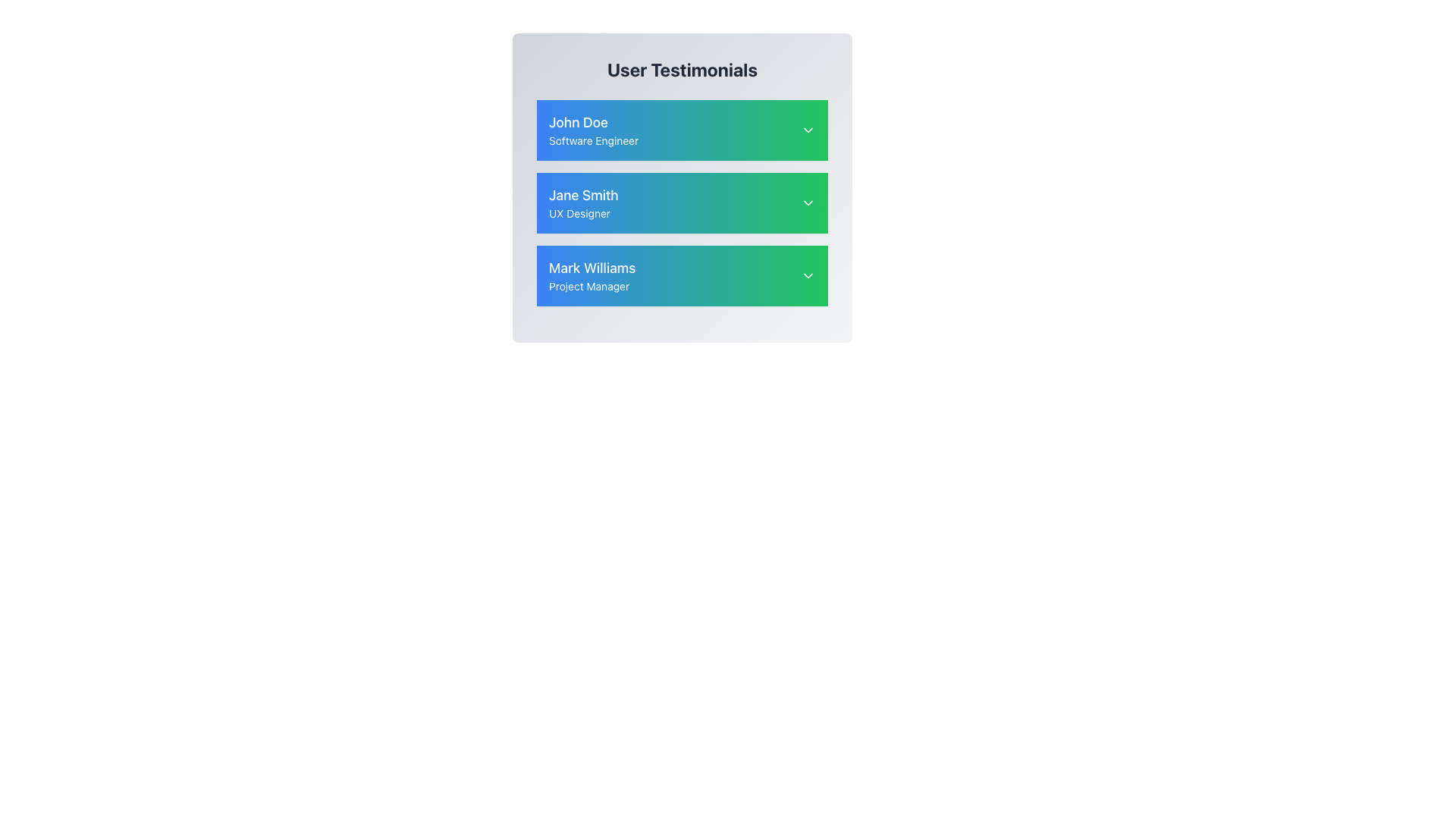  Describe the element at coordinates (807, 275) in the screenshot. I see `the green chevron arrow icon on the right side of the 'Mark Williams Project Manager' section` at that location.